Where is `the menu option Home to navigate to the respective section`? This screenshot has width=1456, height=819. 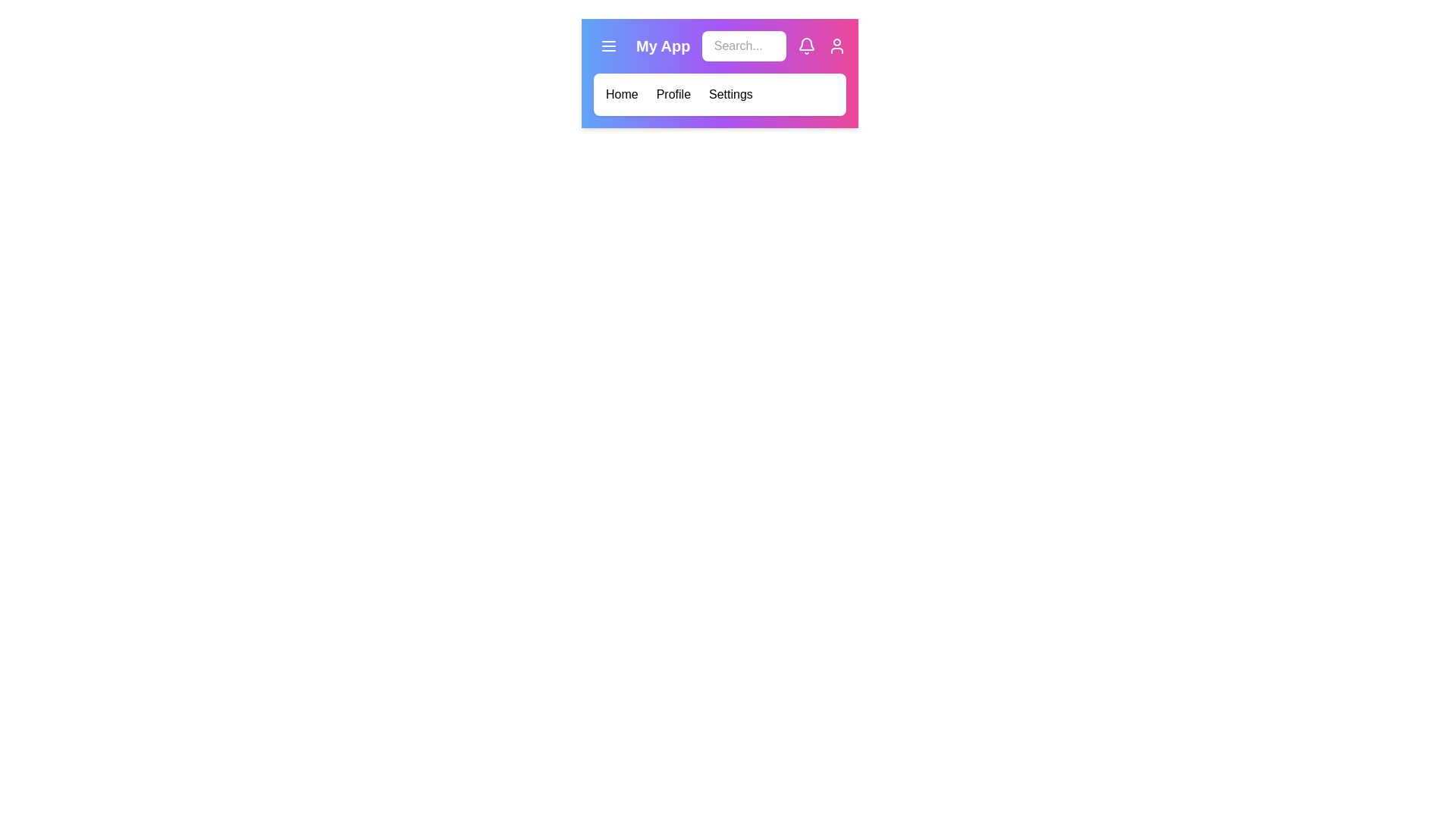 the menu option Home to navigate to the respective section is located at coordinates (622, 94).